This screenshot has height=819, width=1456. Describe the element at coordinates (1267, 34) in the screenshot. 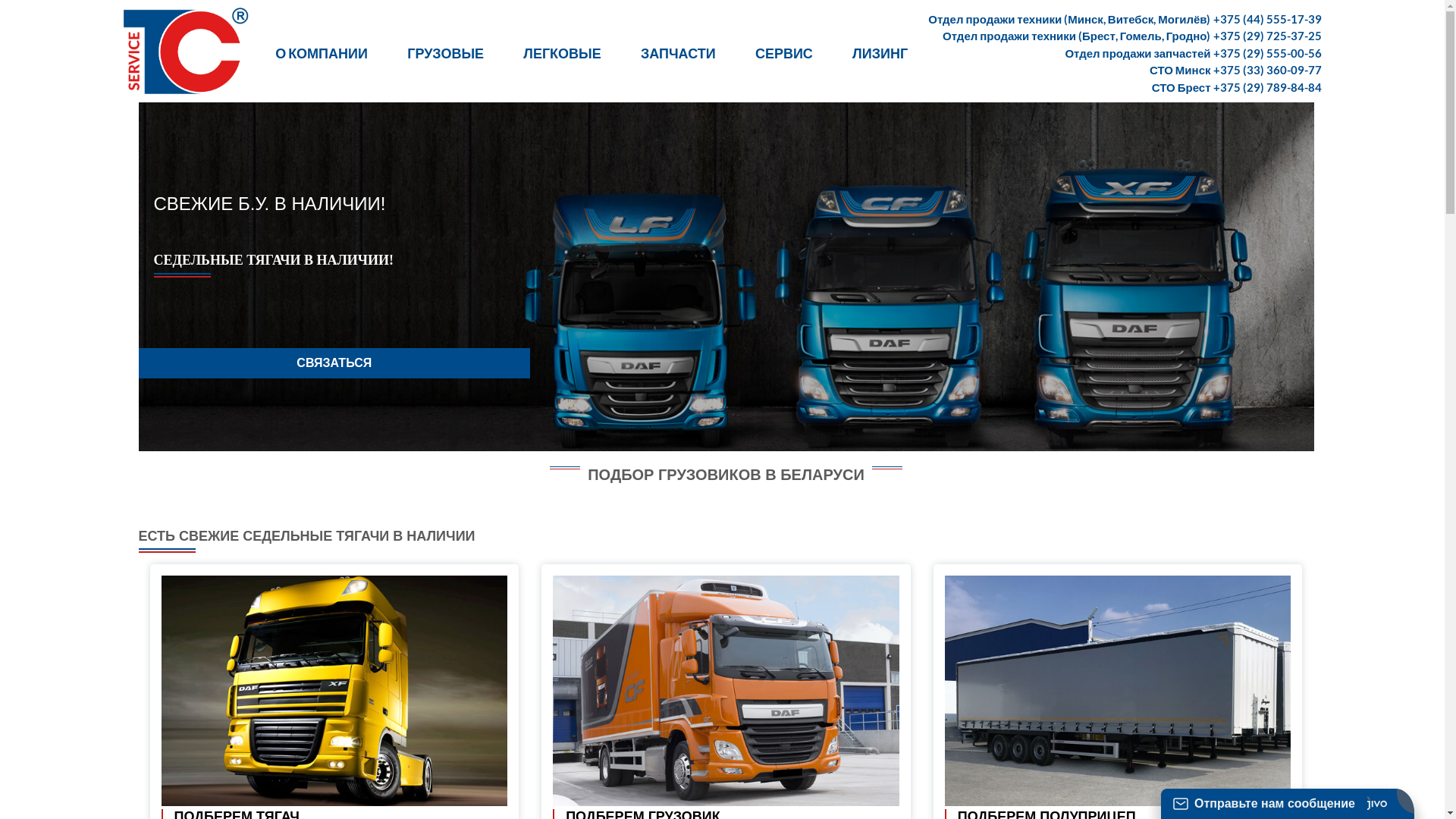

I see `'+375 (29) 725-37-25'` at that location.